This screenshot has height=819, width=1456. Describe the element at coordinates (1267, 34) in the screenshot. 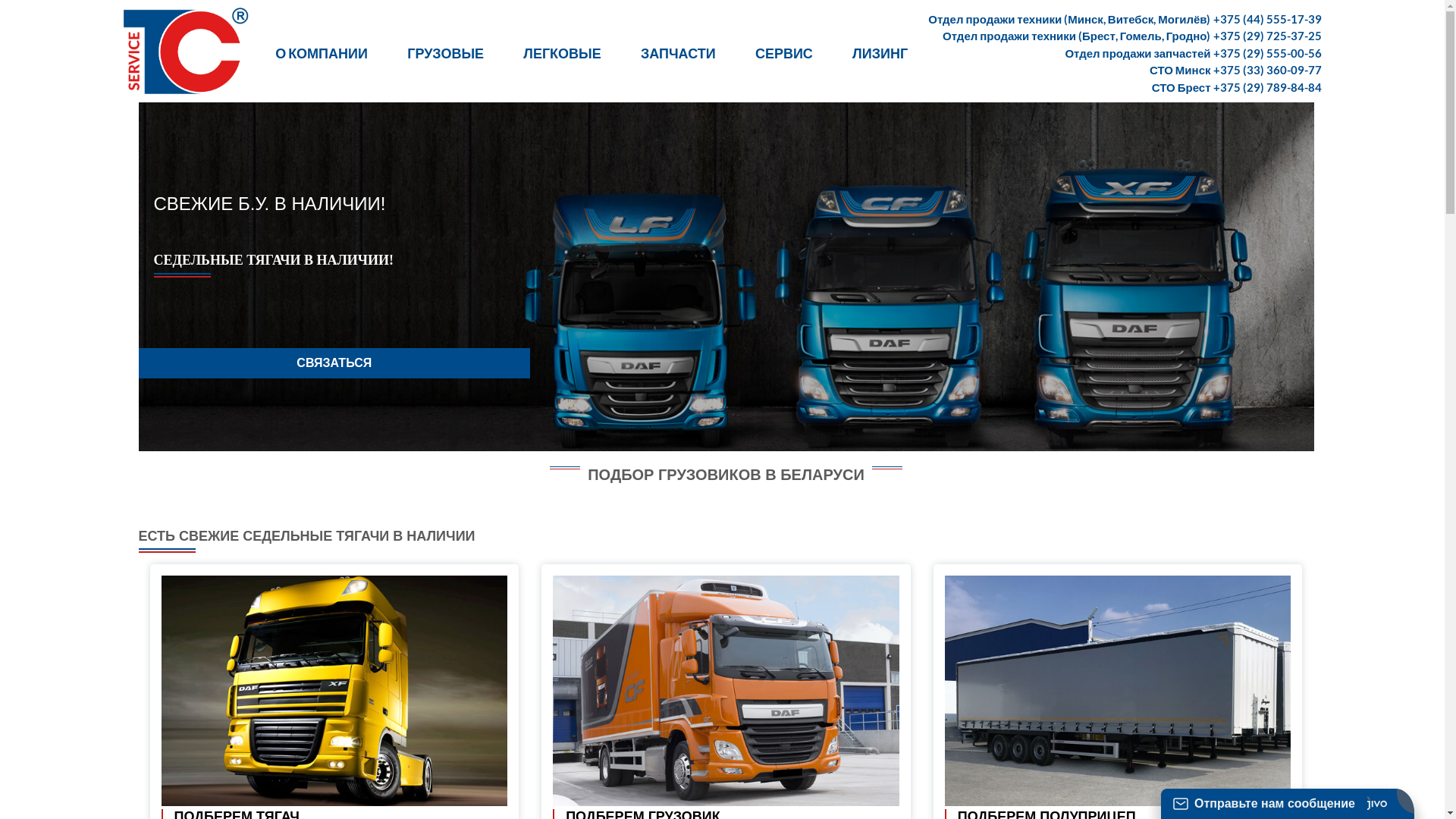

I see `'+375 (29) 725-37-25'` at that location.